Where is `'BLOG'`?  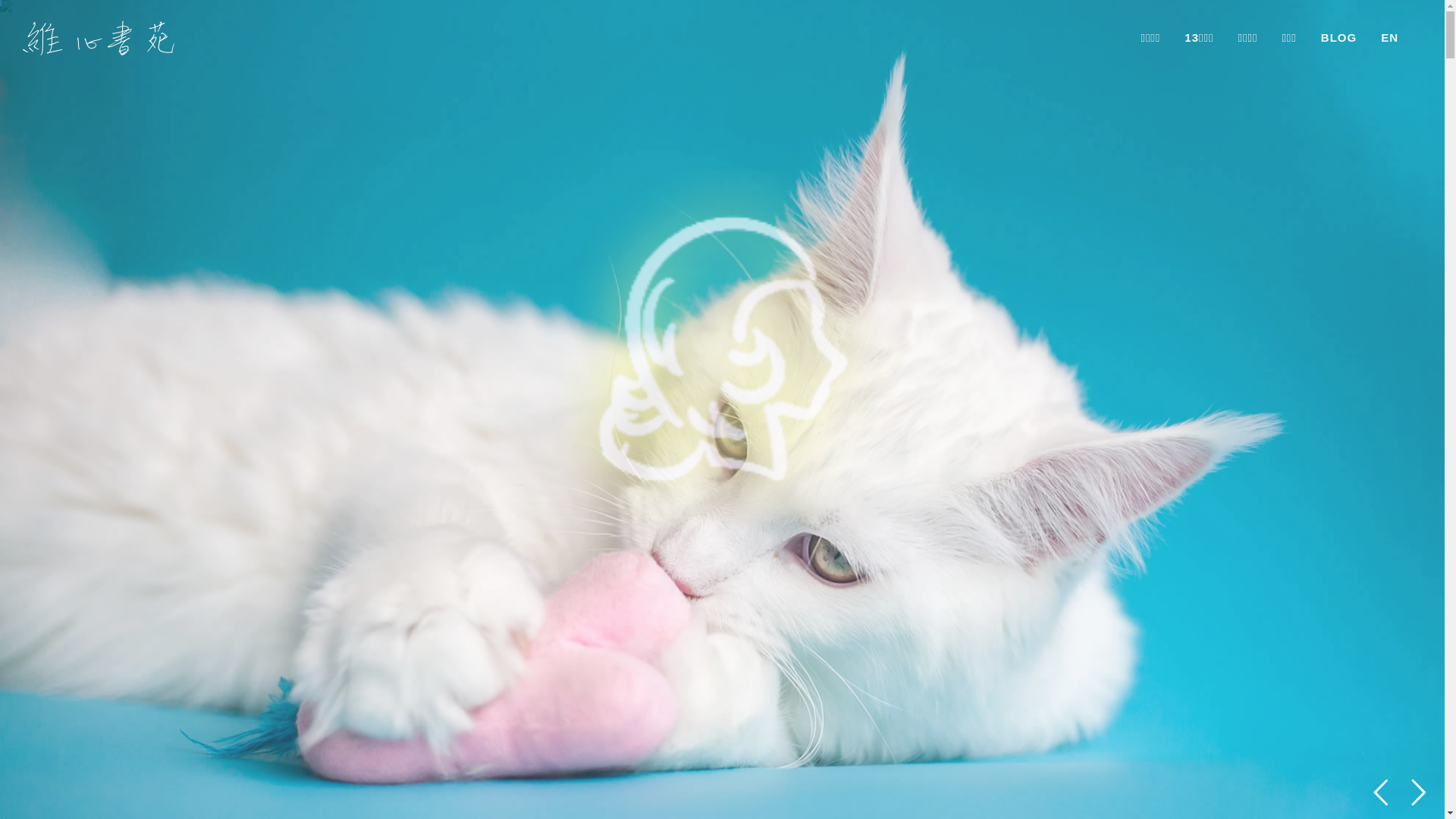
'BLOG' is located at coordinates (1338, 37).